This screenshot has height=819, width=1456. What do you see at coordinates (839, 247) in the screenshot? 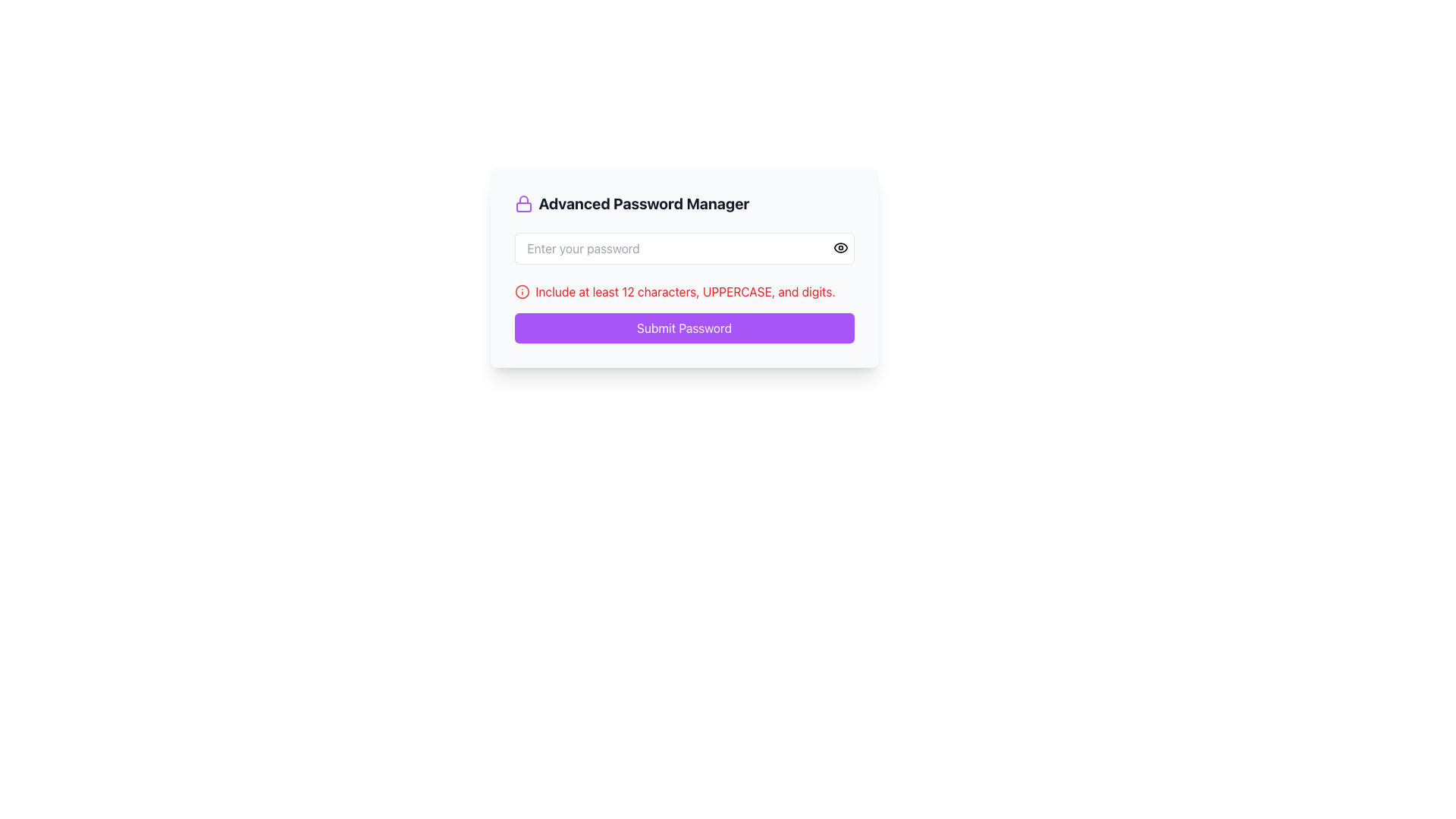
I see `the eye-shaped icon outline button located at the top-right corner of the password input field` at bounding box center [839, 247].